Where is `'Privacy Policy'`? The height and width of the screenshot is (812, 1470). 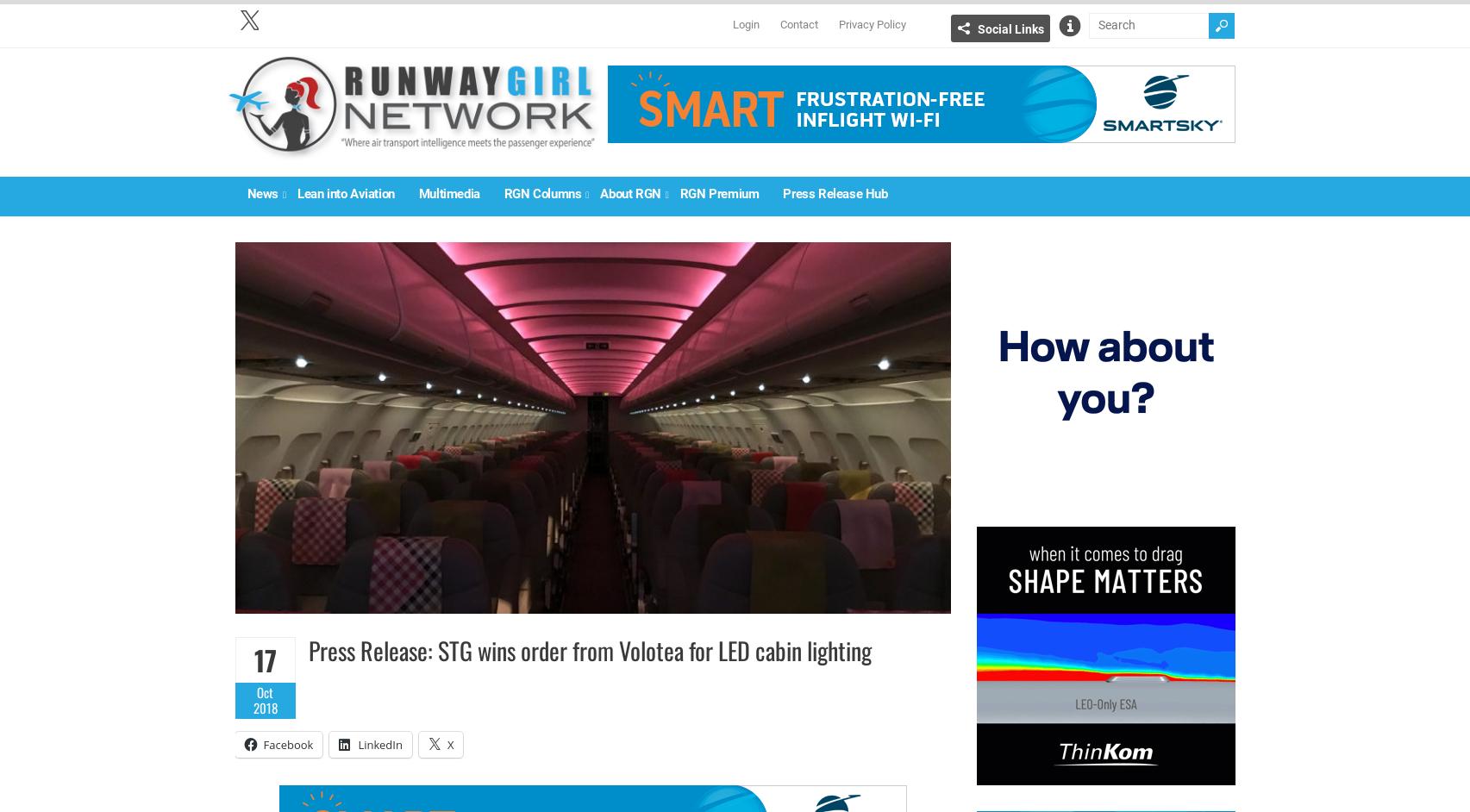 'Privacy Policy' is located at coordinates (837, 24).